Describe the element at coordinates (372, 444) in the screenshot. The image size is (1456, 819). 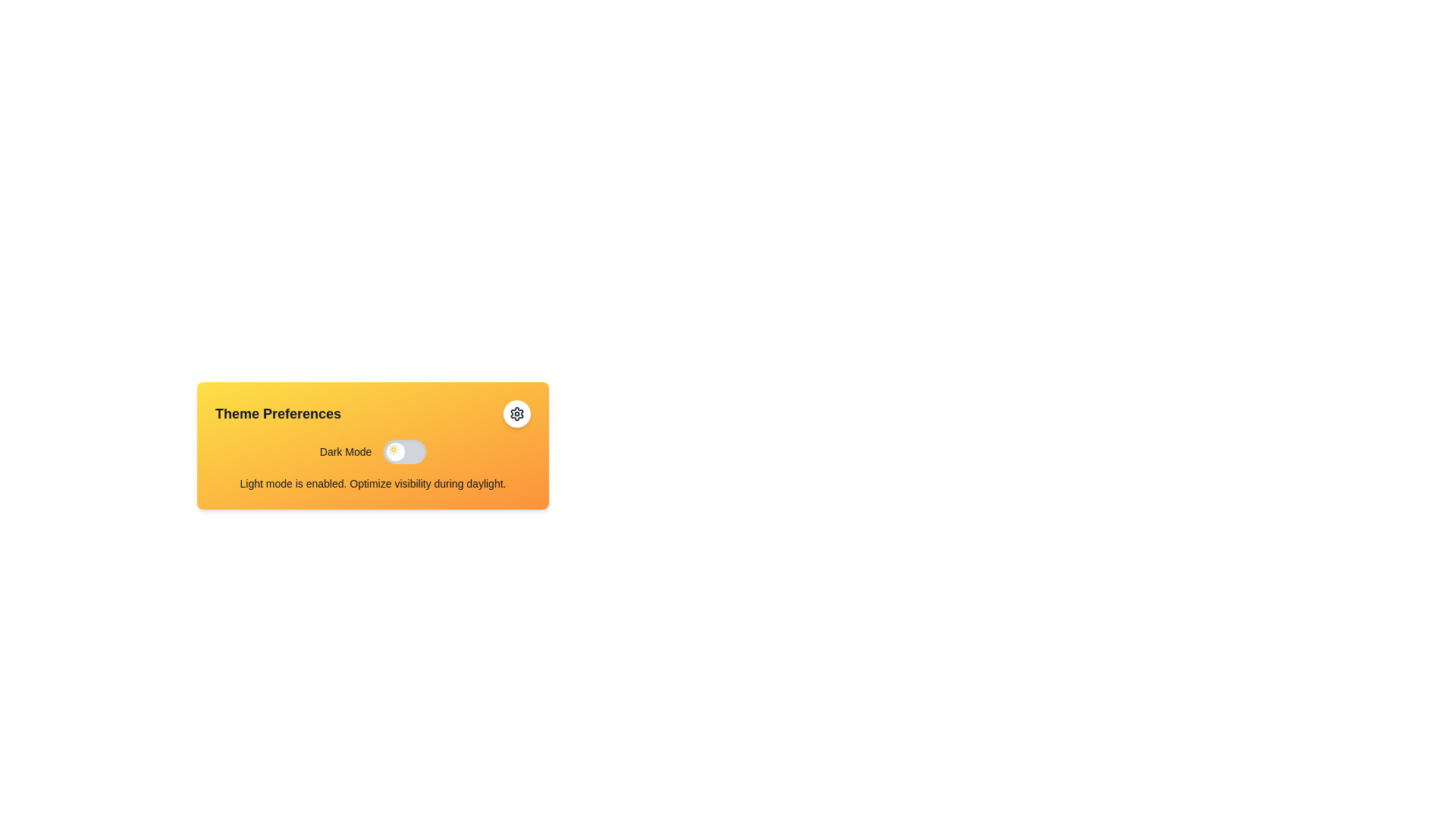
I see `the toggle switch in the Settings card` at that location.